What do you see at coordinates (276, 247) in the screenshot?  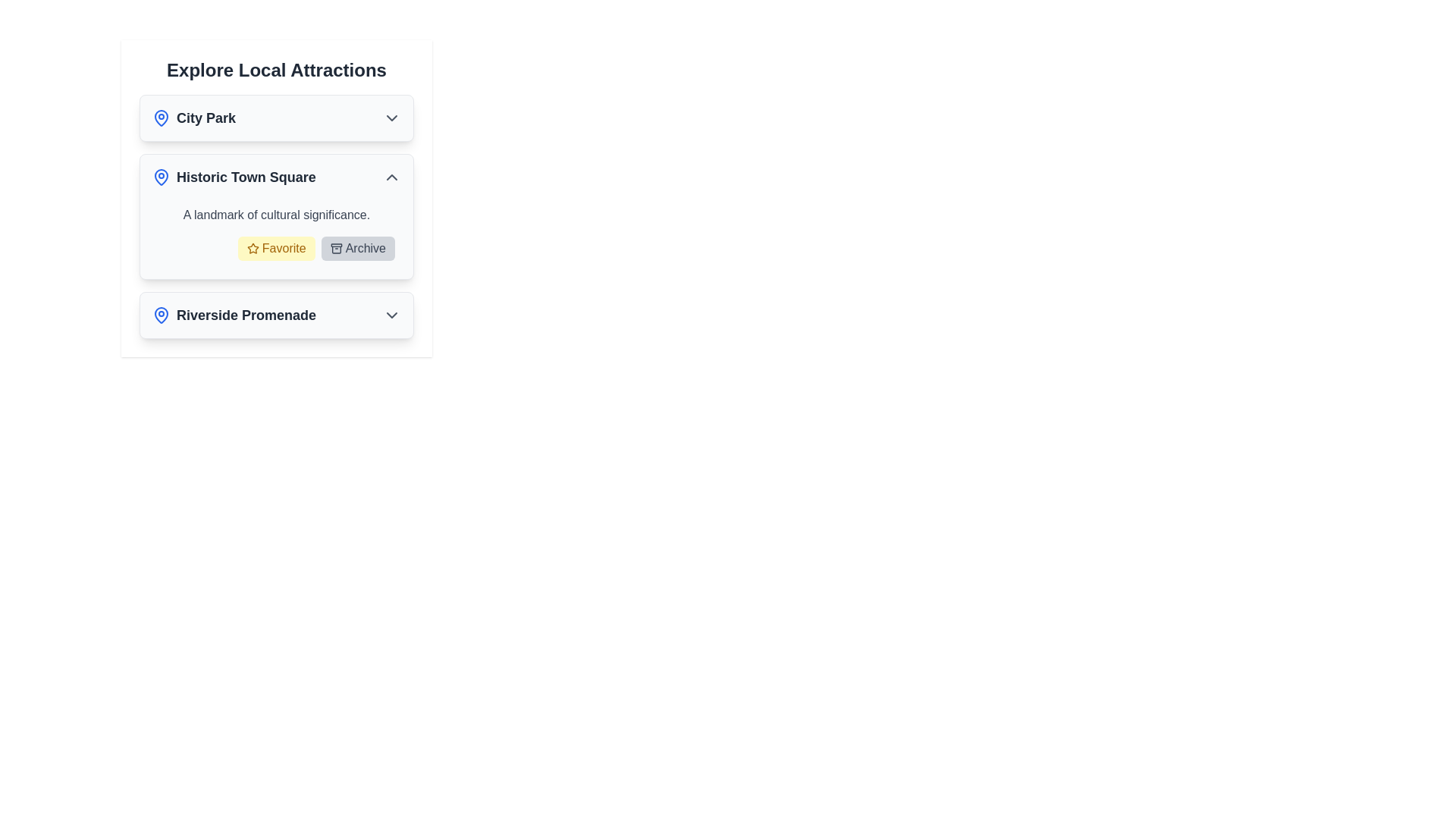 I see `the 'Favorite' button, which has a light yellow background and a star icon, located in the bottom-right corner of the 'Historic Town Square' card` at bounding box center [276, 247].